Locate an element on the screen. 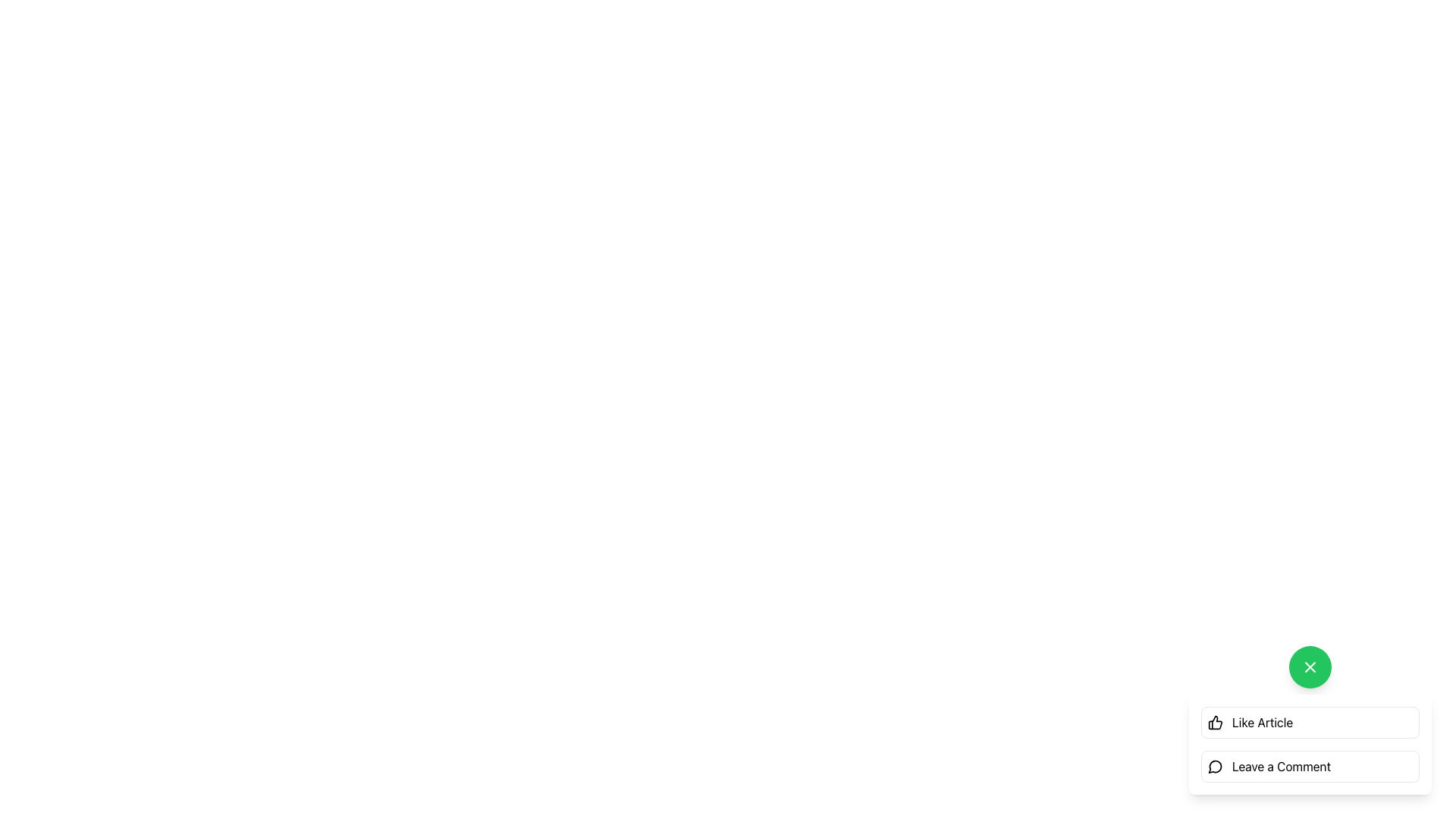 The image size is (1456, 819). the 'Like Article' icon located in the lower right corner of the interface is located at coordinates (1216, 721).